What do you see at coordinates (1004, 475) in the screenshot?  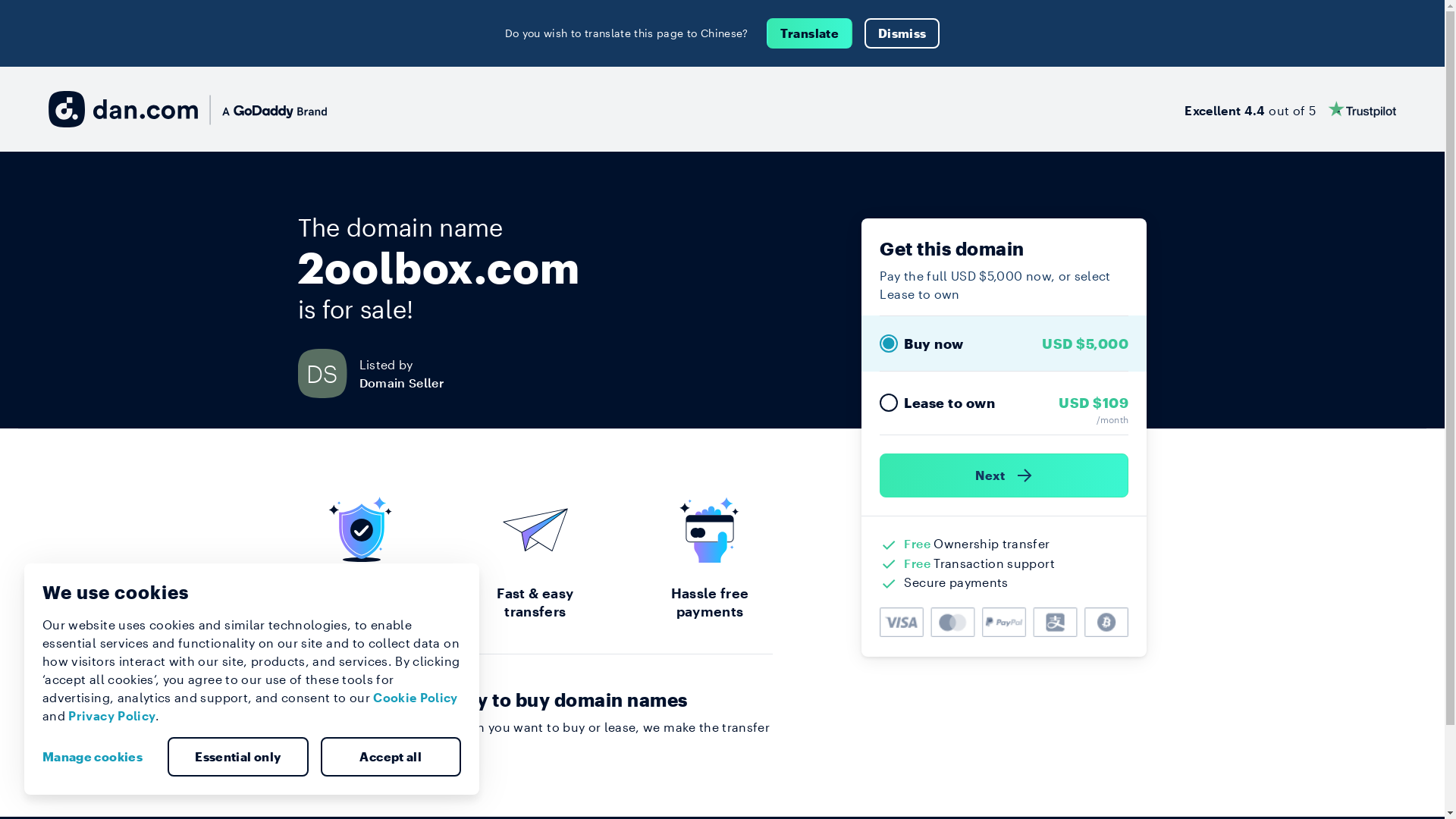 I see `'Next` at bounding box center [1004, 475].